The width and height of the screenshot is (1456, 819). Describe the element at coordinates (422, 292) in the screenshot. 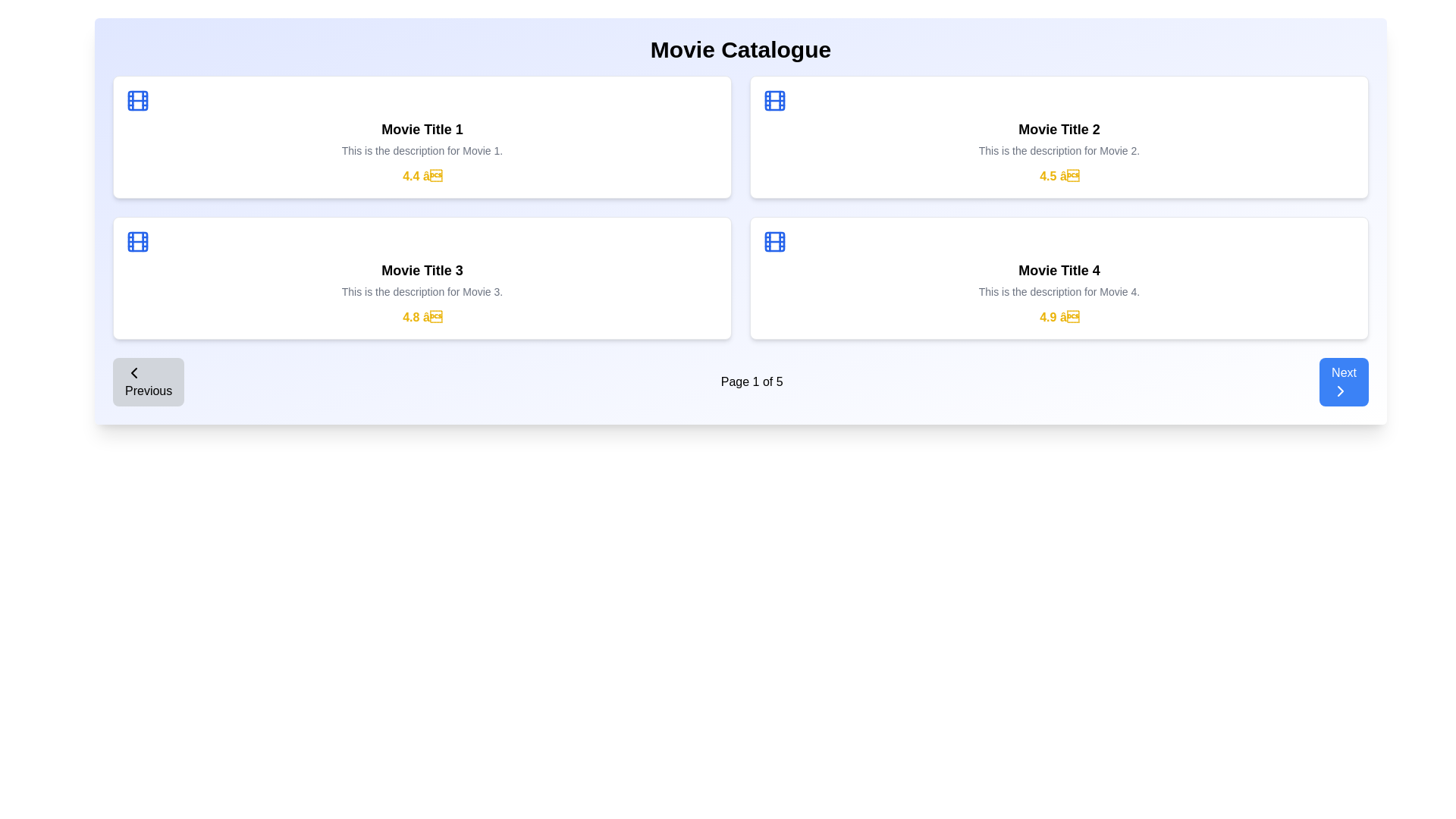

I see `descriptive text label for 'Movie 3', which is positioned below the title 'Movie Title 3' in the second card from the left in the bottom row of a four-card grid arrangement` at that location.